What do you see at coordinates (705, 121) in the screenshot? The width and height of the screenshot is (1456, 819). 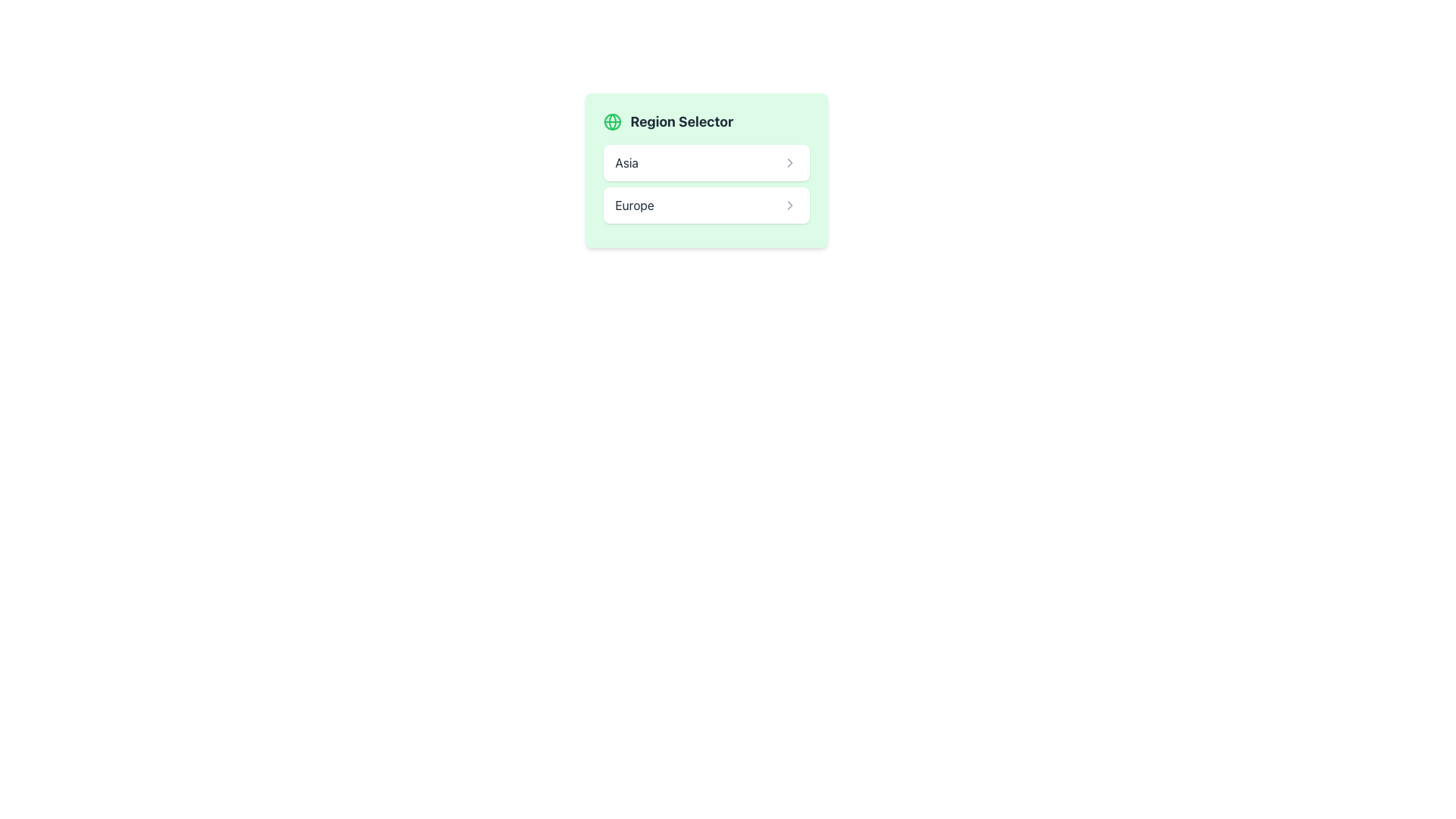 I see `the Header with Icon element that features a globe icon on the left and the text 'Region Selector' on the right, both aligned horizontally in a light green background` at bounding box center [705, 121].